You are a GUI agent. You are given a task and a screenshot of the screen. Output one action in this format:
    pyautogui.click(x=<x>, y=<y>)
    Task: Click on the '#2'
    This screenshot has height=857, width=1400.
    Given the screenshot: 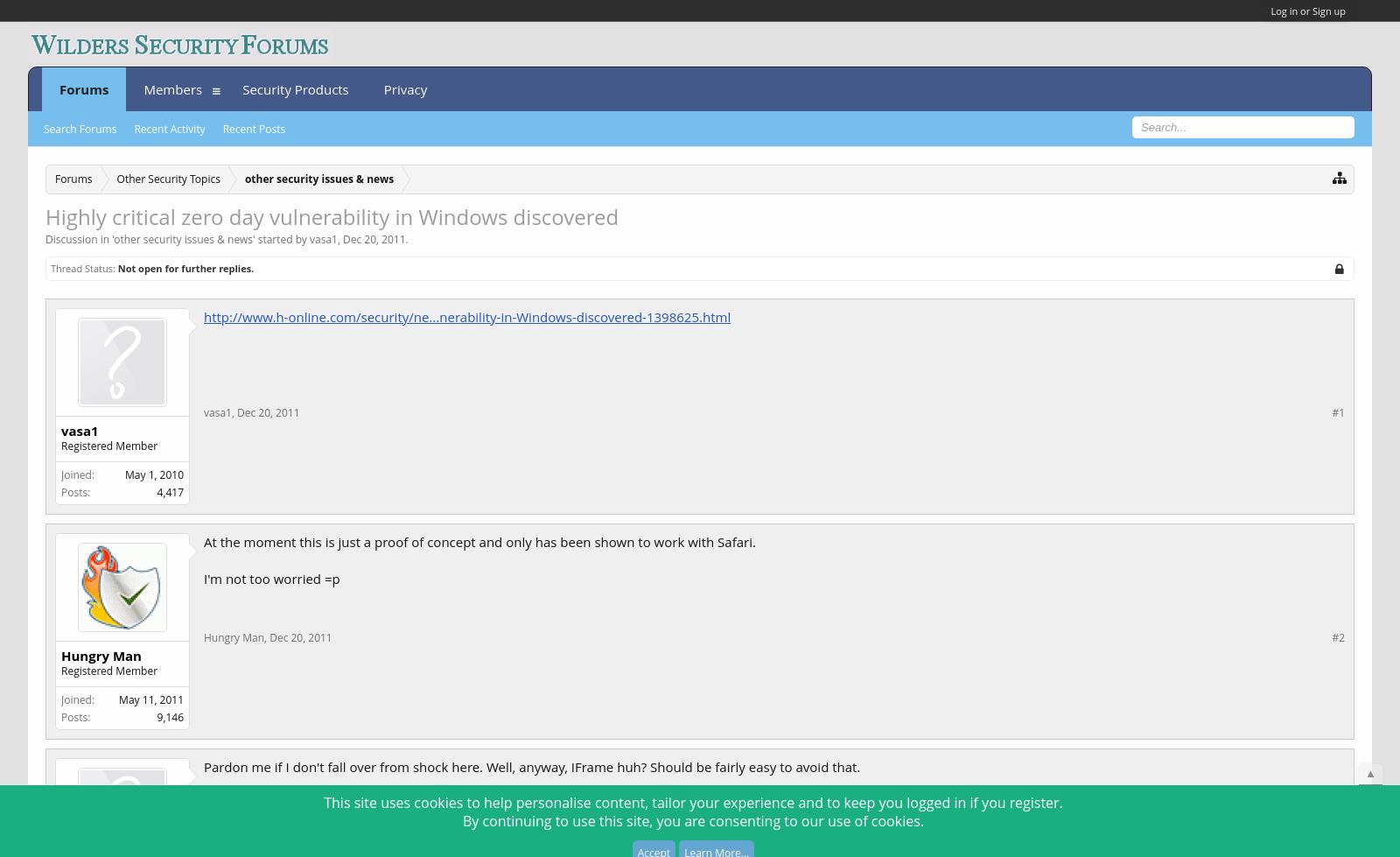 What is the action you would take?
    pyautogui.click(x=1332, y=636)
    